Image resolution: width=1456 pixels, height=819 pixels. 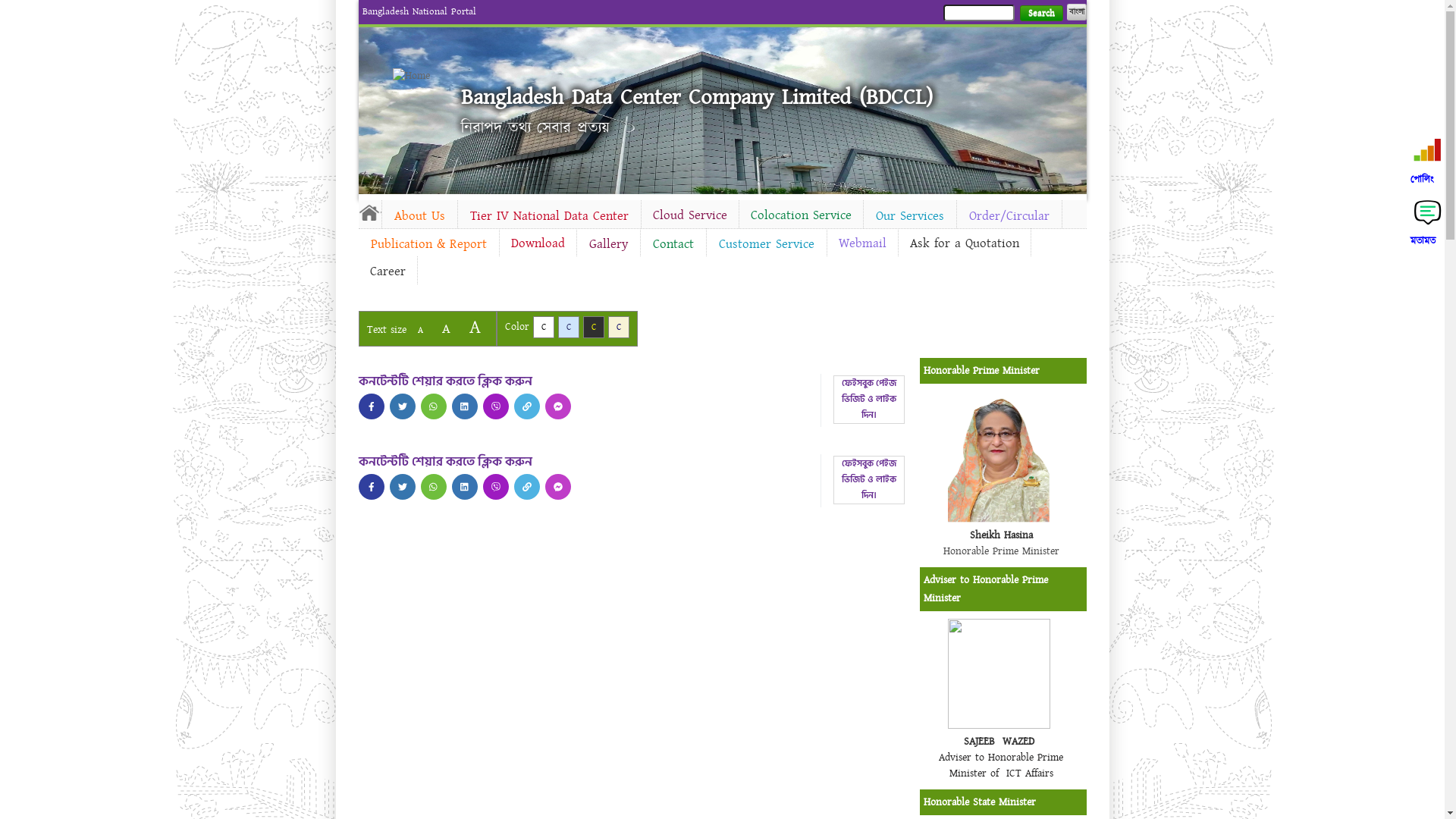 I want to click on 'C', so click(x=592, y=326).